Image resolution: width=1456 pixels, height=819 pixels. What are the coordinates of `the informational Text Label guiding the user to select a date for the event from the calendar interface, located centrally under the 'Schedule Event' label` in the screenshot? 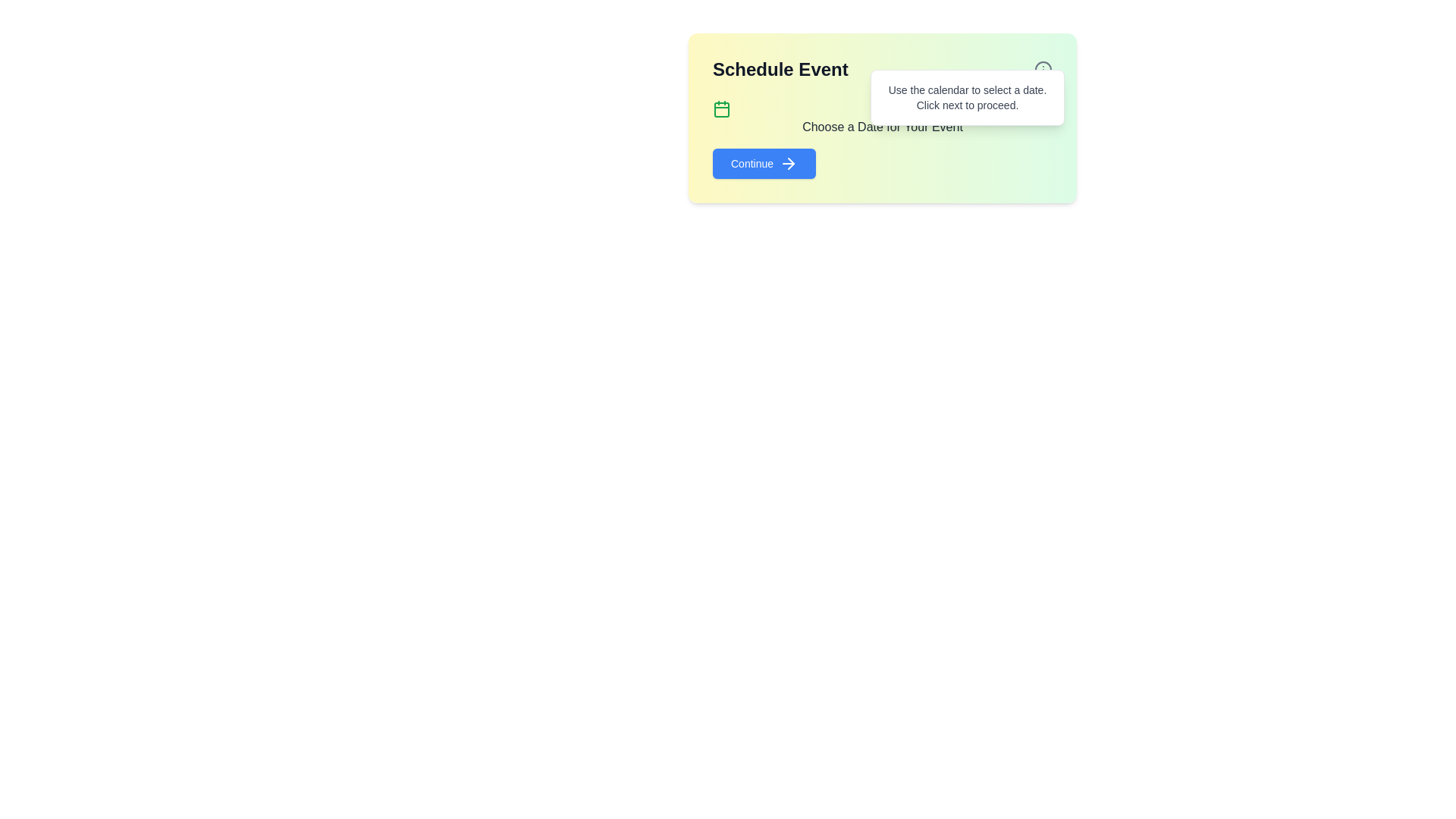 It's located at (882, 117).